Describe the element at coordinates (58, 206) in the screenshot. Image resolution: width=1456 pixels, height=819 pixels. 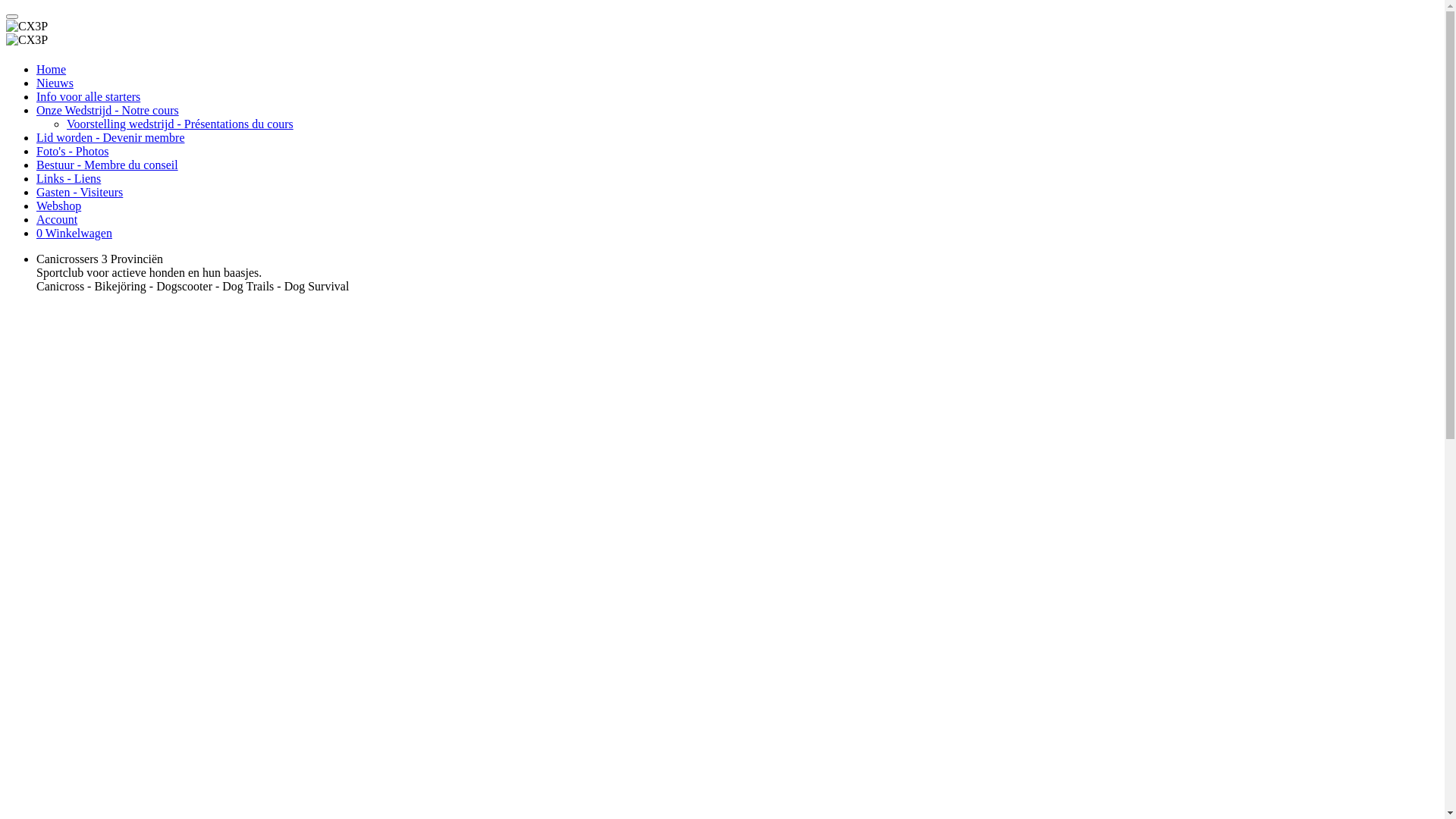
I see `'Webshop'` at that location.